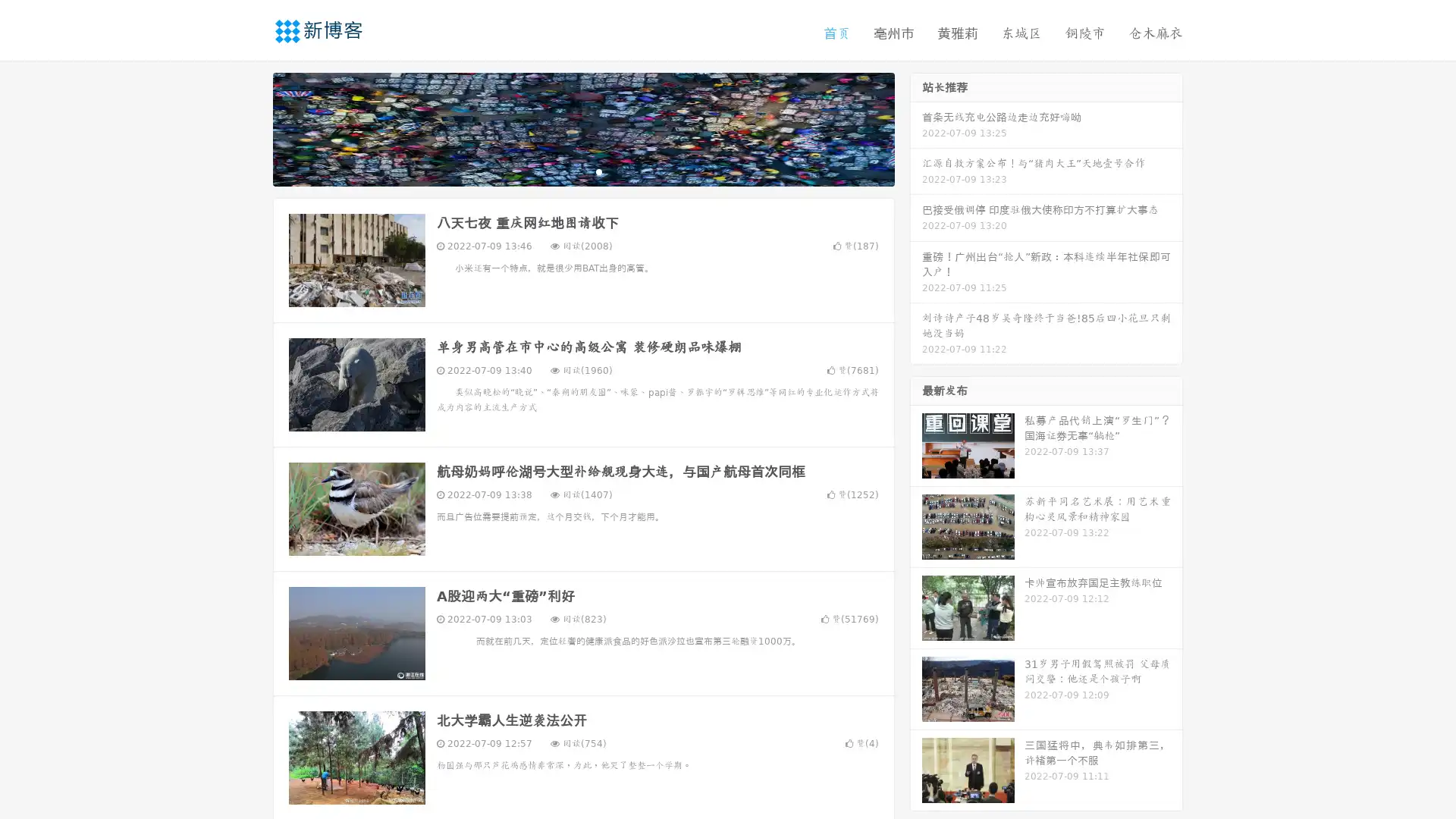 The width and height of the screenshot is (1456, 819). Describe the element at coordinates (598, 171) in the screenshot. I see `Go to slide 3` at that location.